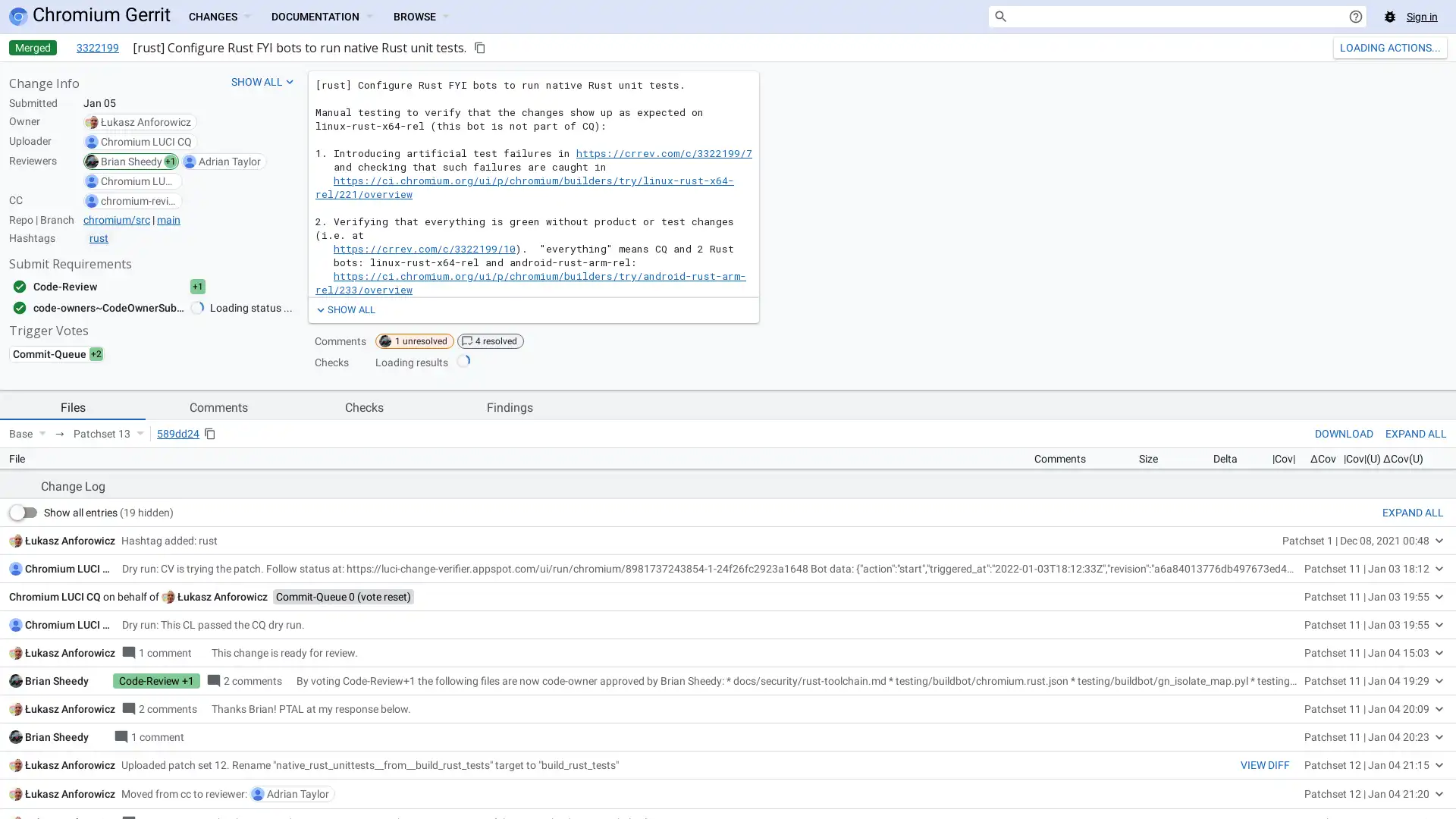  Describe the element at coordinates (124, 287) in the screenshot. I see `satisfied Code-Review +1` at that location.